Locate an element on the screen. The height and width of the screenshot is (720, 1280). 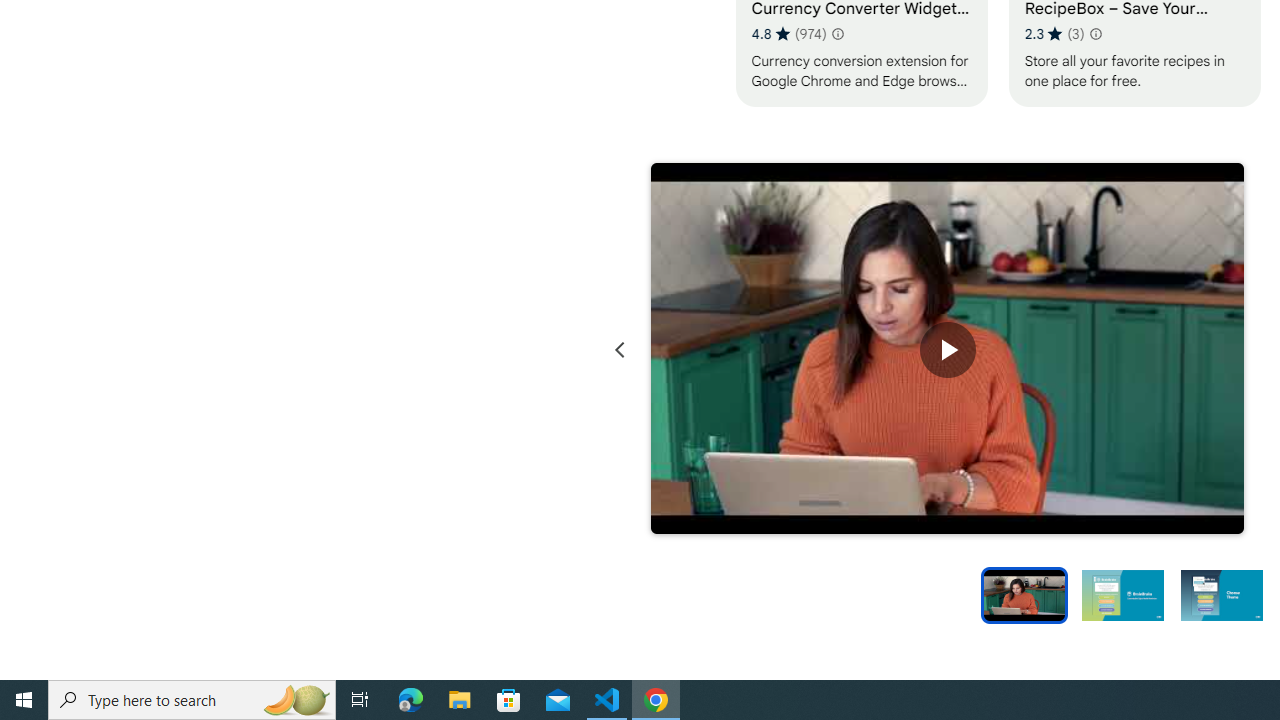
'Preview slide 1' is located at coordinates (1024, 593).